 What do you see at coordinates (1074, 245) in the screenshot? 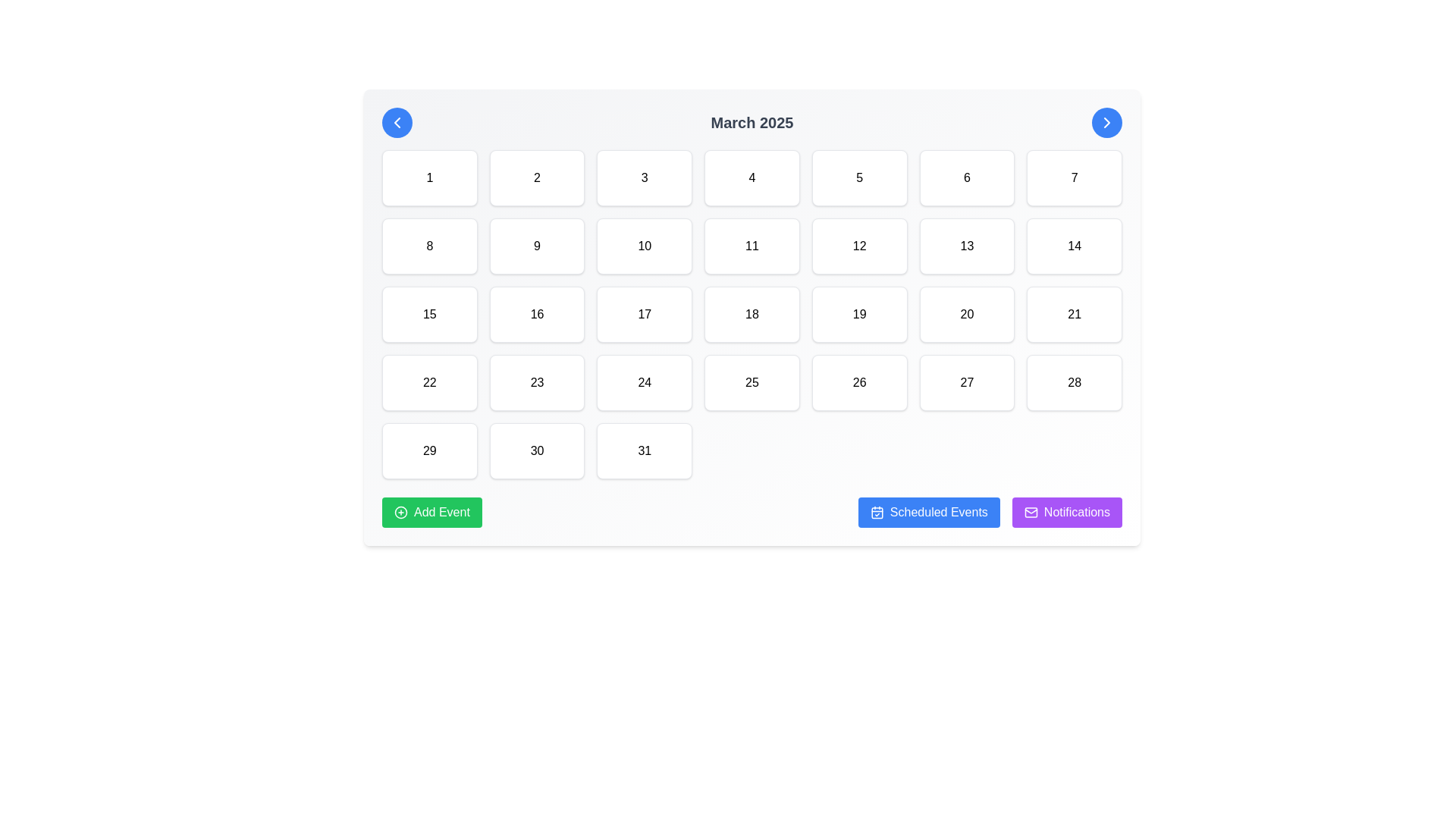
I see `the static text display element styled to resemble a button that represents the date '14' in the calendar grid layout for March 2025` at bounding box center [1074, 245].